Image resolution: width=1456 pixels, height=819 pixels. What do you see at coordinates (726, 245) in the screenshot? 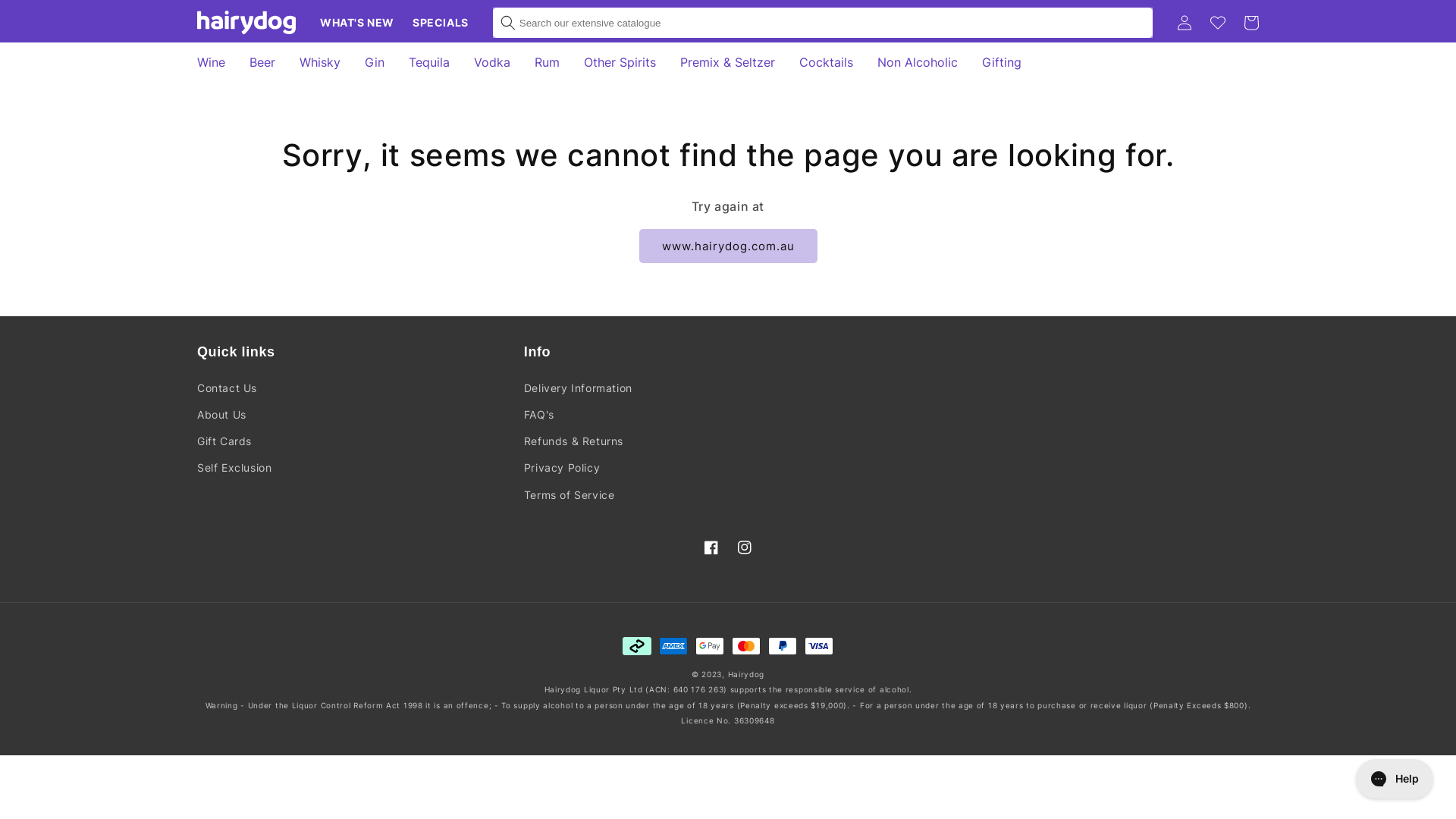
I see `'www.hairydog.com.au'` at bounding box center [726, 245].